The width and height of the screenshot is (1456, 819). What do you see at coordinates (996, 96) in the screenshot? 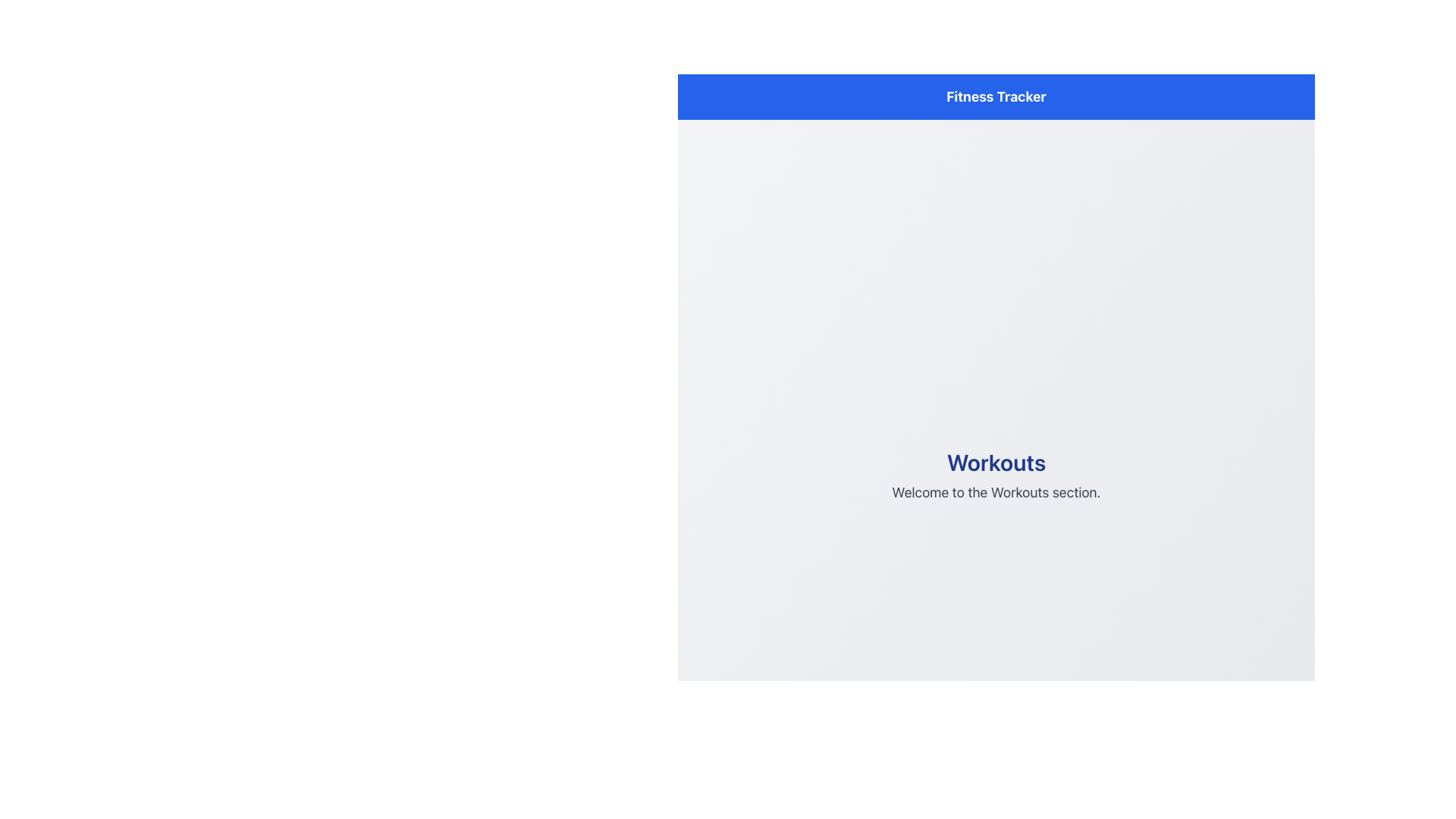
I see `the bold text banner displaying 'Fitness Tracker' at the top of the interface` at bounding box center [996, 96].